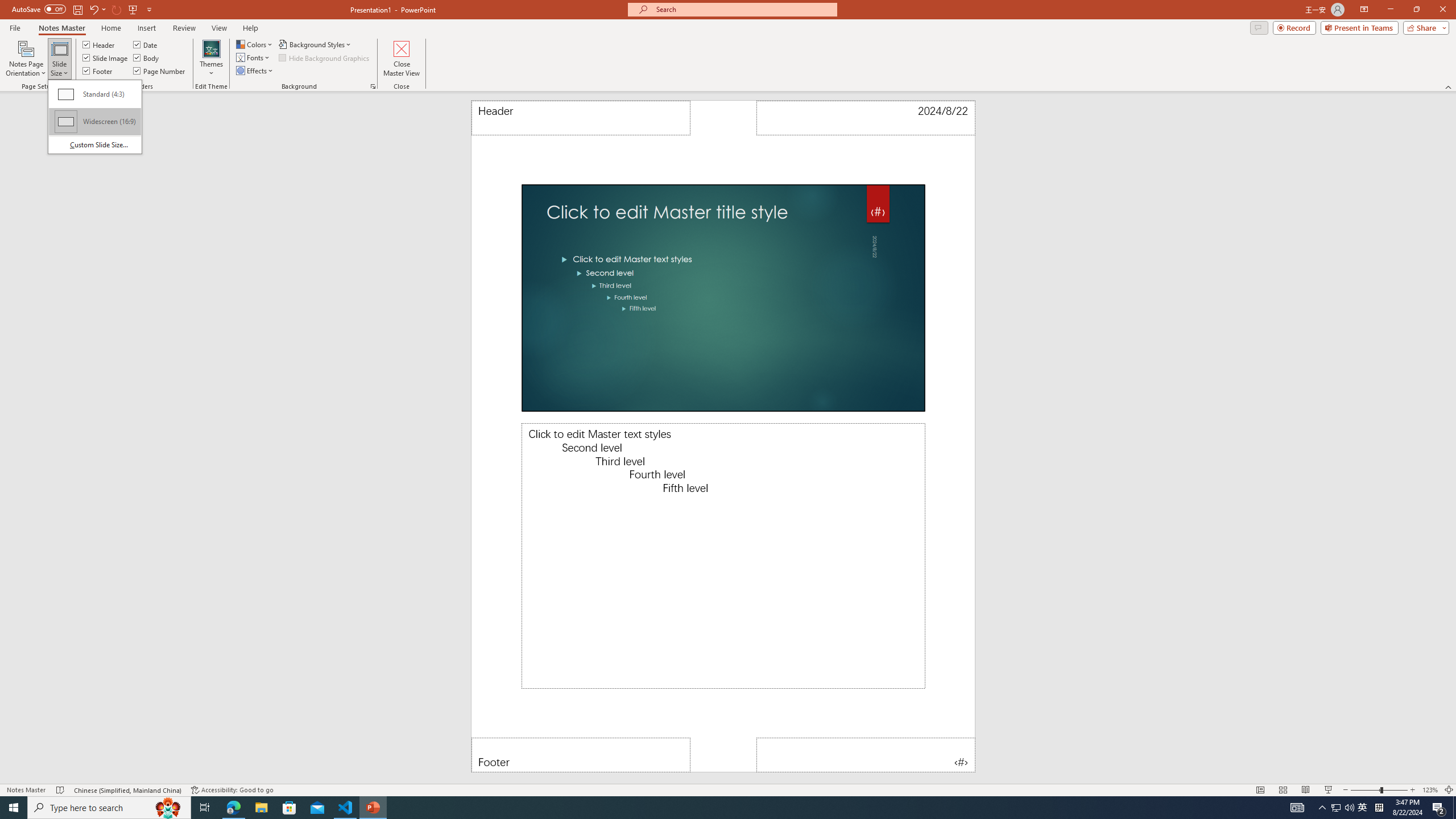 The width and height of the screenshot is (1456, 819). I want to click on 'Zoom 123%', so click(1430, 790).